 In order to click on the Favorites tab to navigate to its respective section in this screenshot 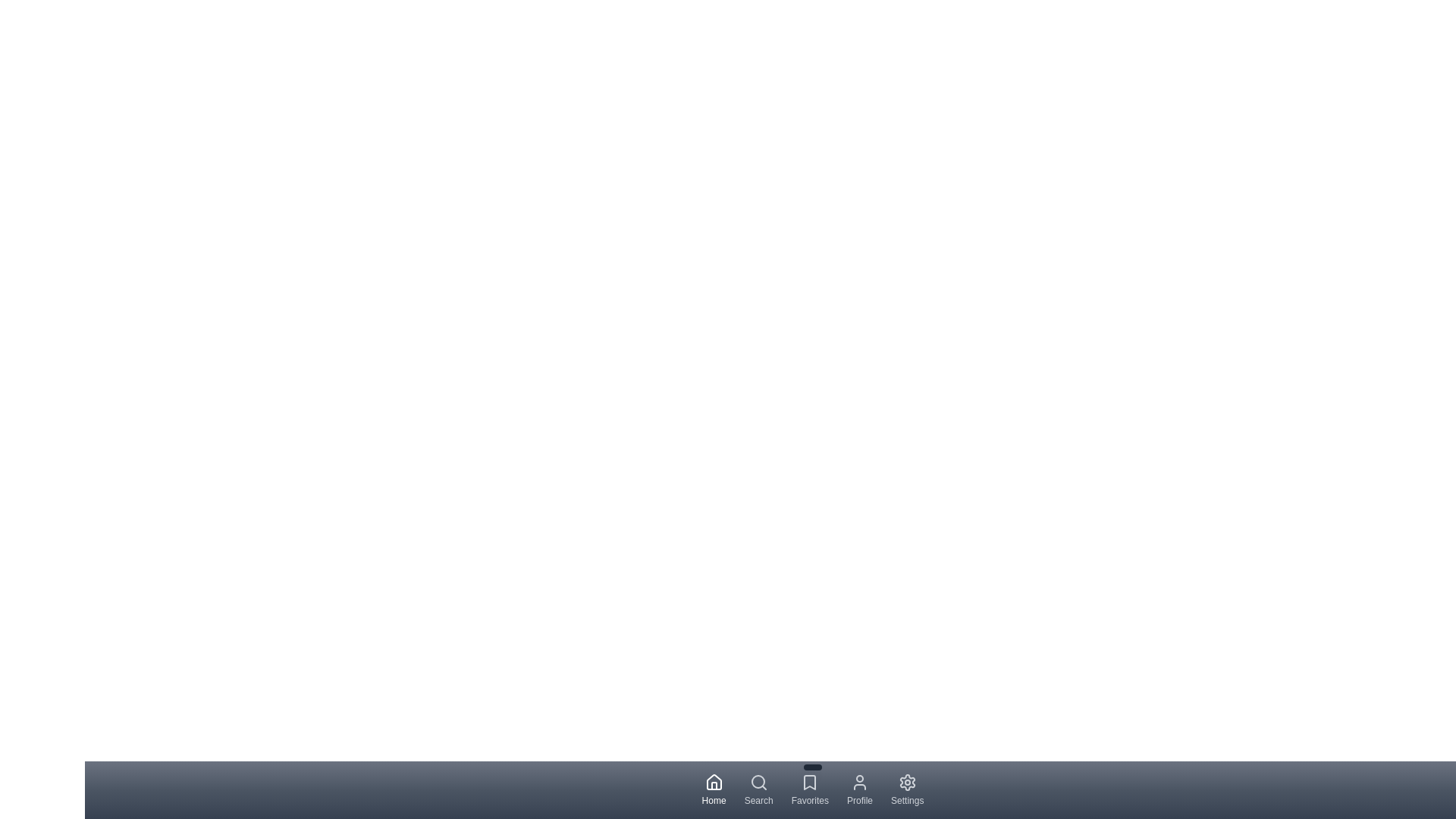, I will do `click(809, 789)`.